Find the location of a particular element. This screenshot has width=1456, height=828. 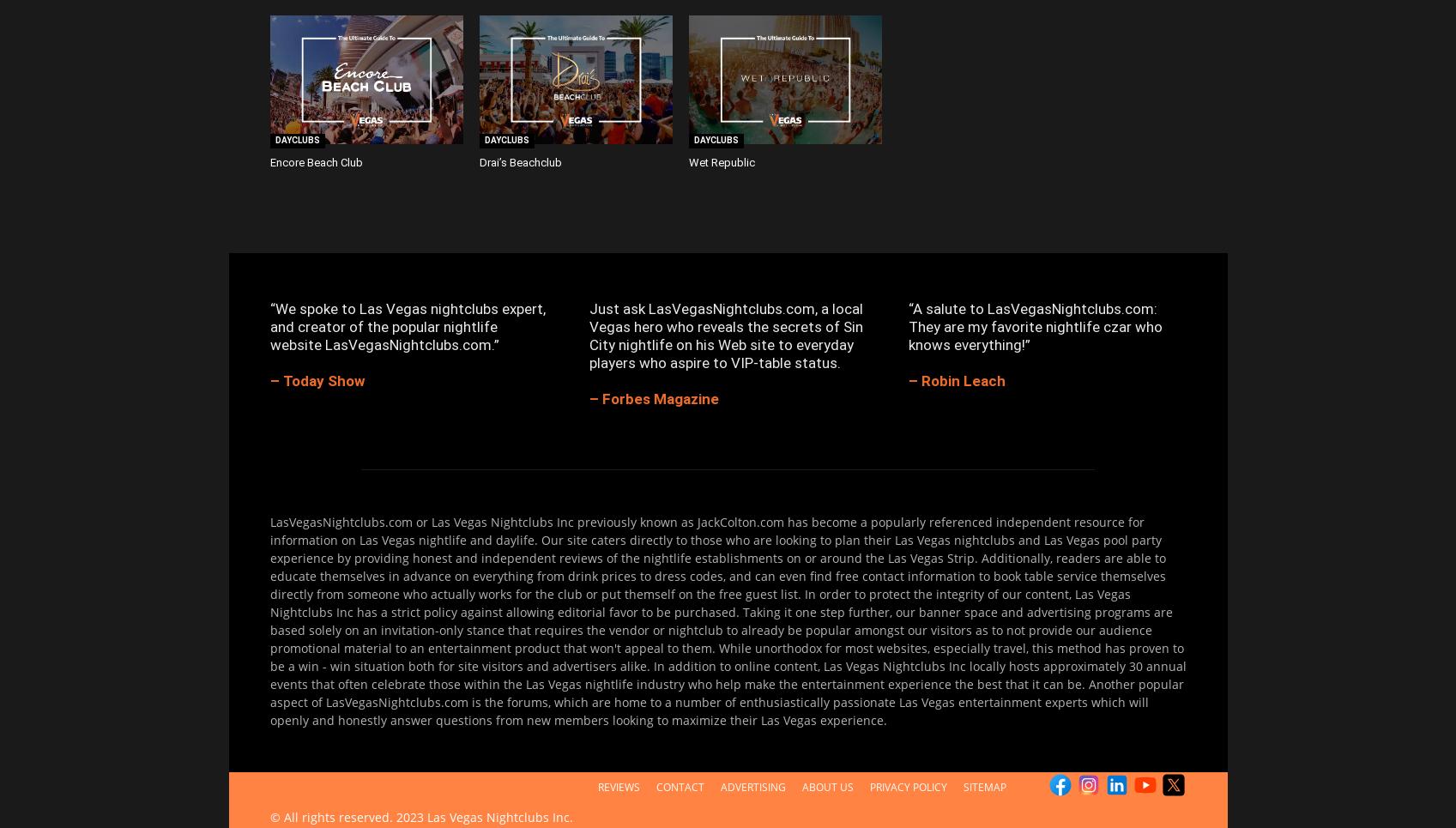

'Encore Beach Club' is located at coordinates (316, 161).